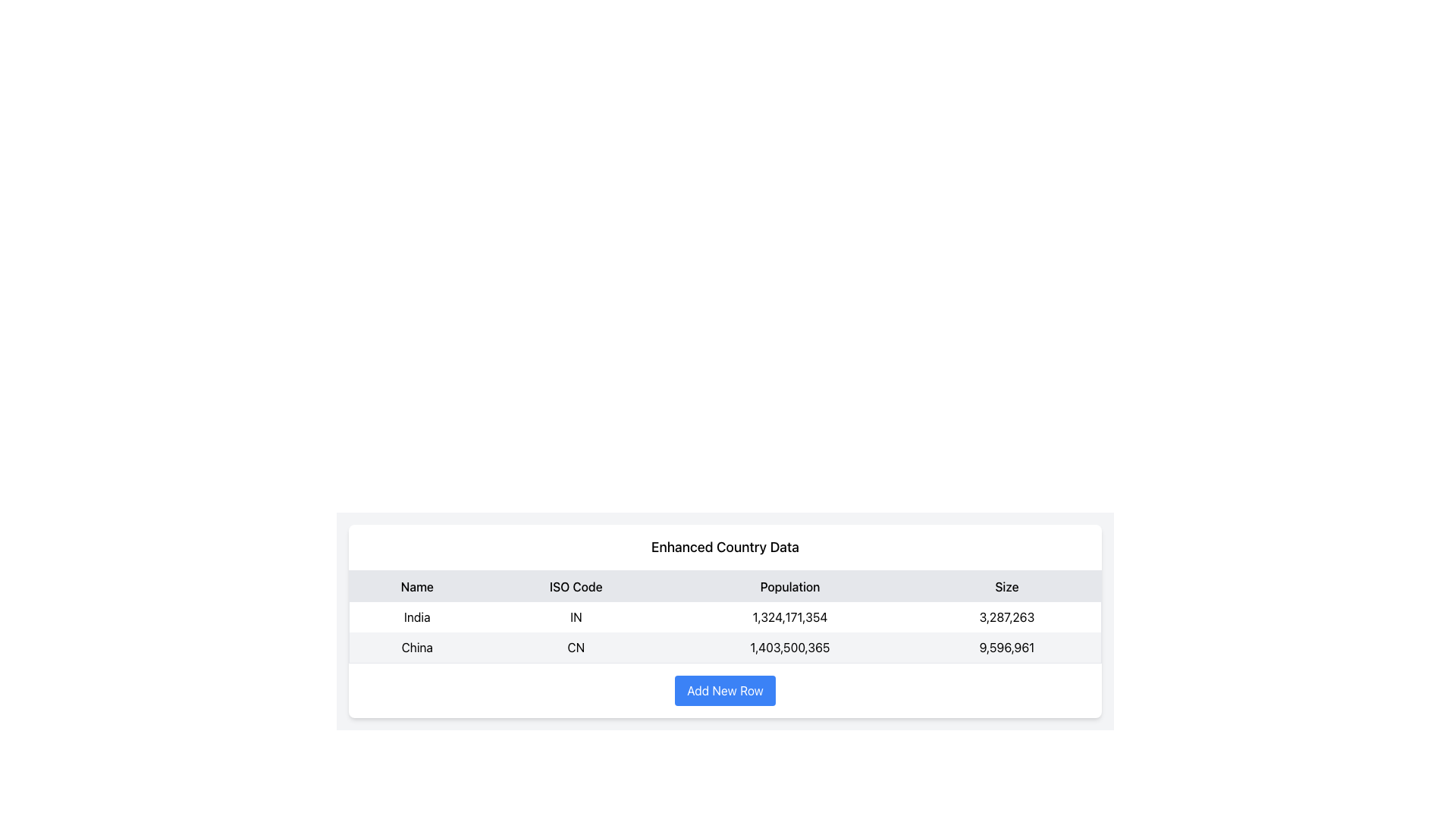 This screenshot has height=819, width=1456. Describe the element at coordinates (724, 585) in the screenshot. I see `the TableHeaderRow, which is the first row of the table under the title 'Enhanced Country Data'` at that location.